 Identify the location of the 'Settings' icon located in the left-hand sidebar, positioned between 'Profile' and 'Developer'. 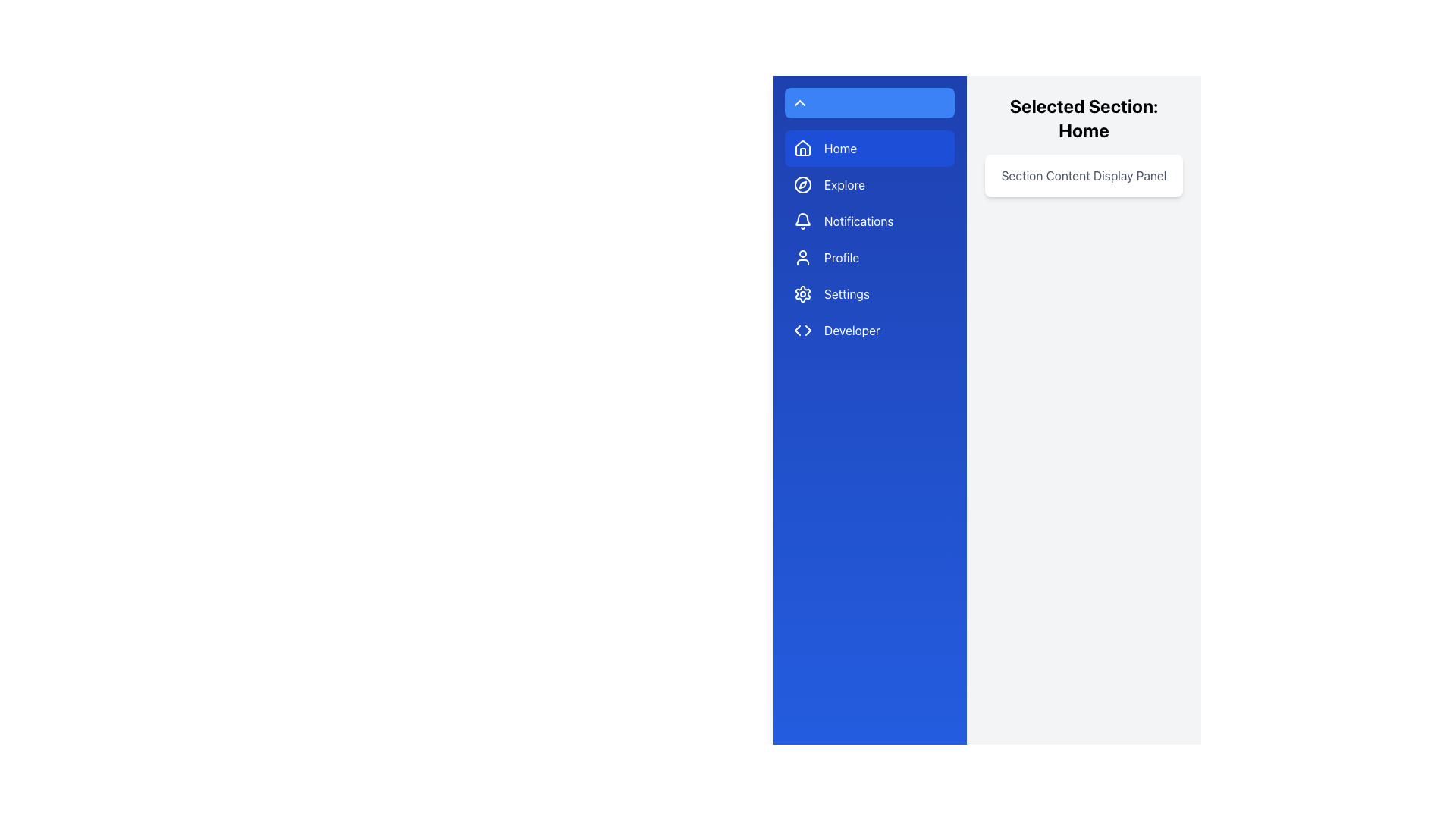
(802, 294).